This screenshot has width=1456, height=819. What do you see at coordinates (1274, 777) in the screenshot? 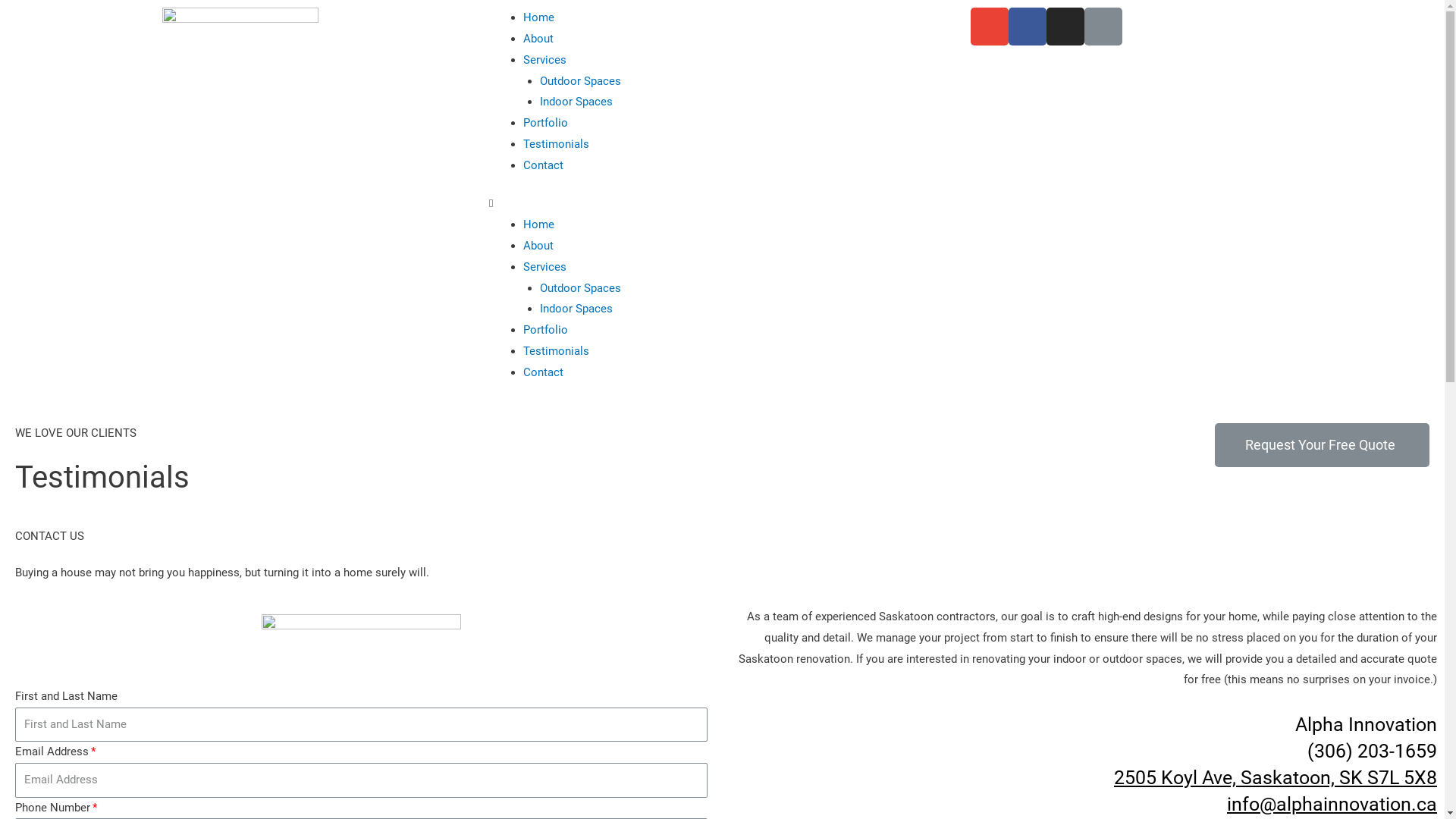
I see `'2505 Koyl Ave, Saskatoon, SK S7L 5X8'` at bounding box center [1274, 777].